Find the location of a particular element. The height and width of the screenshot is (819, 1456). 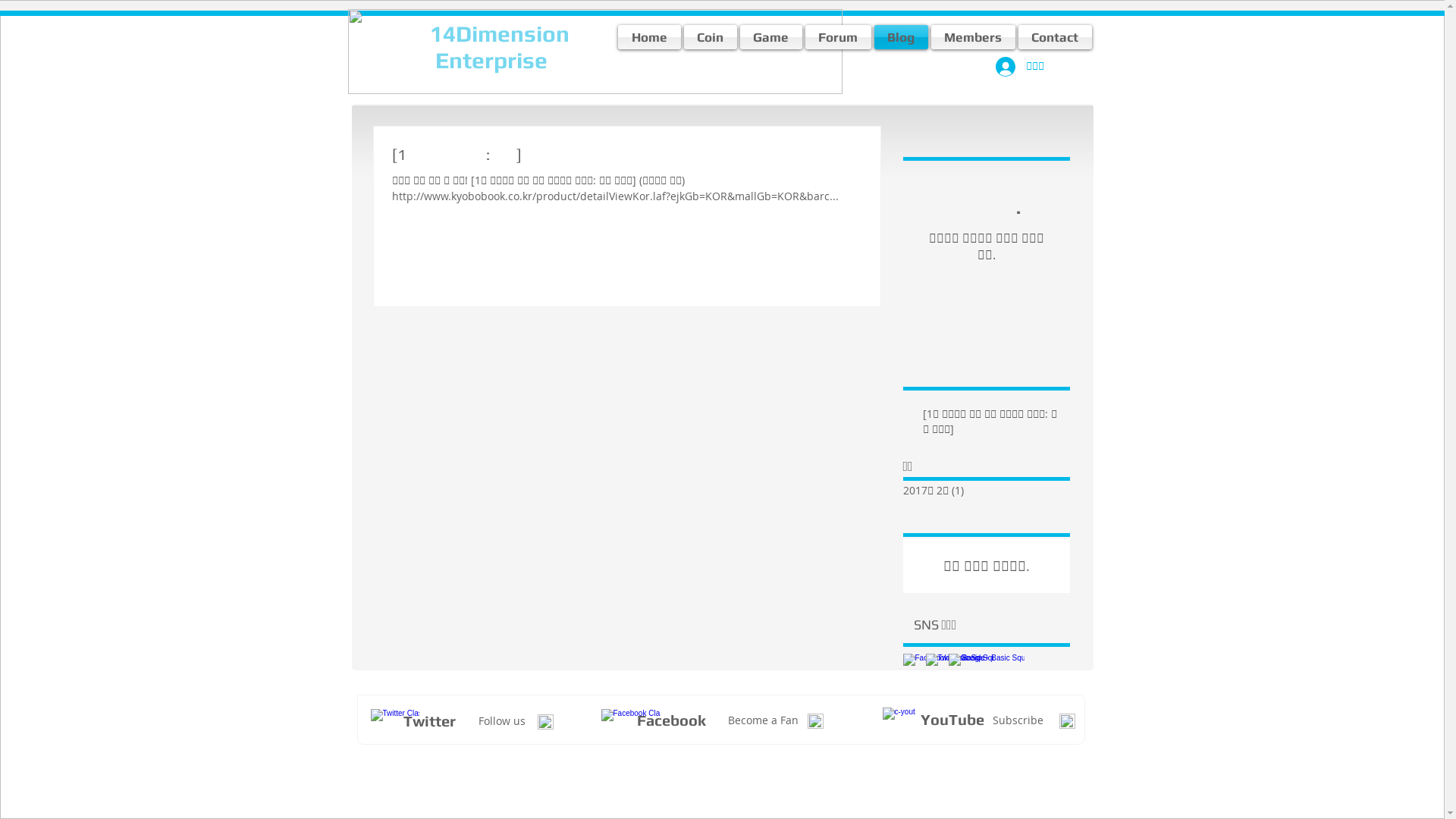

'Forum' is located at coordinates (837, 36).